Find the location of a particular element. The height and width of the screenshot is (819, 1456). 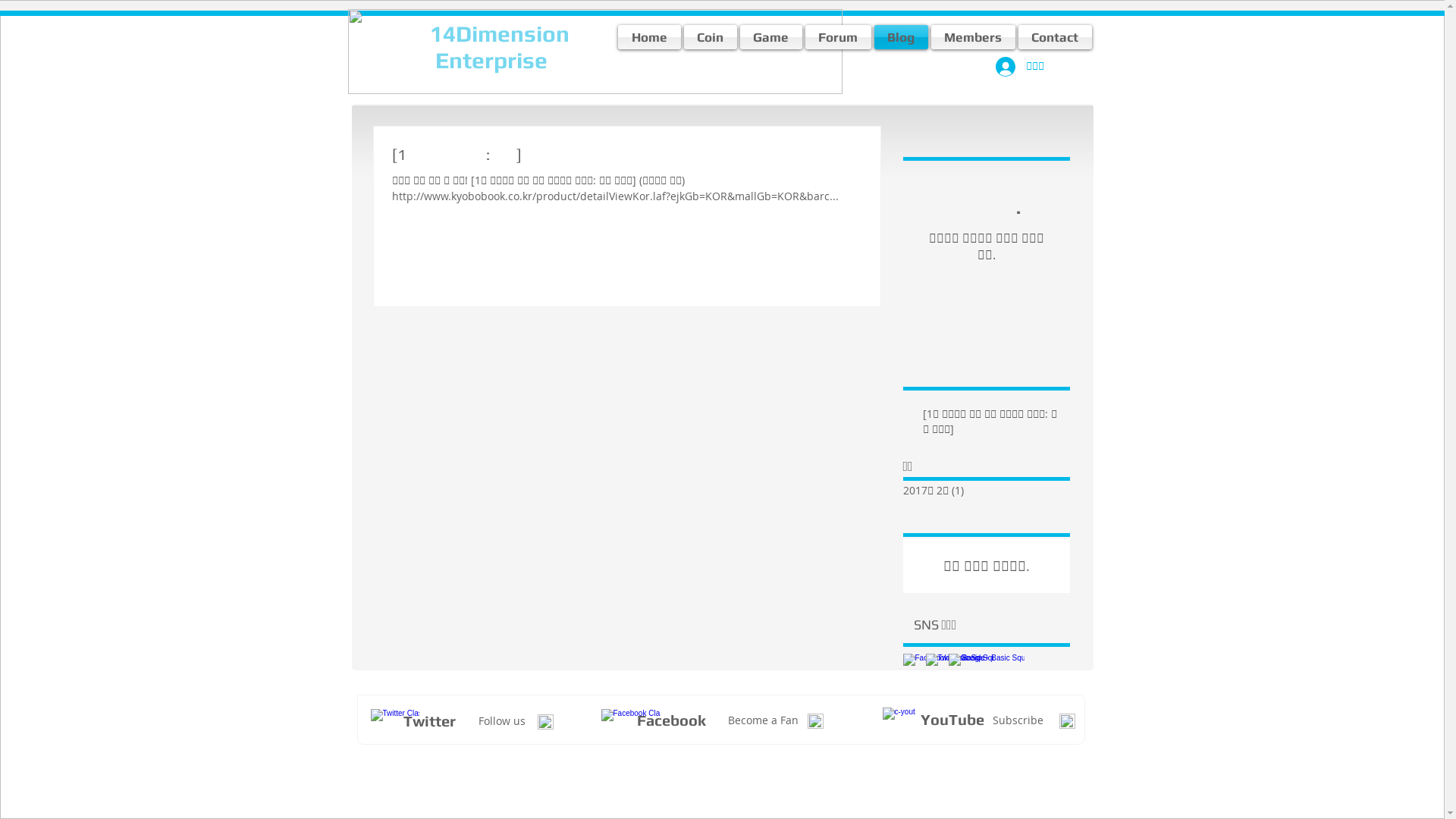

'Forum' is located at coordinates (837, 36).